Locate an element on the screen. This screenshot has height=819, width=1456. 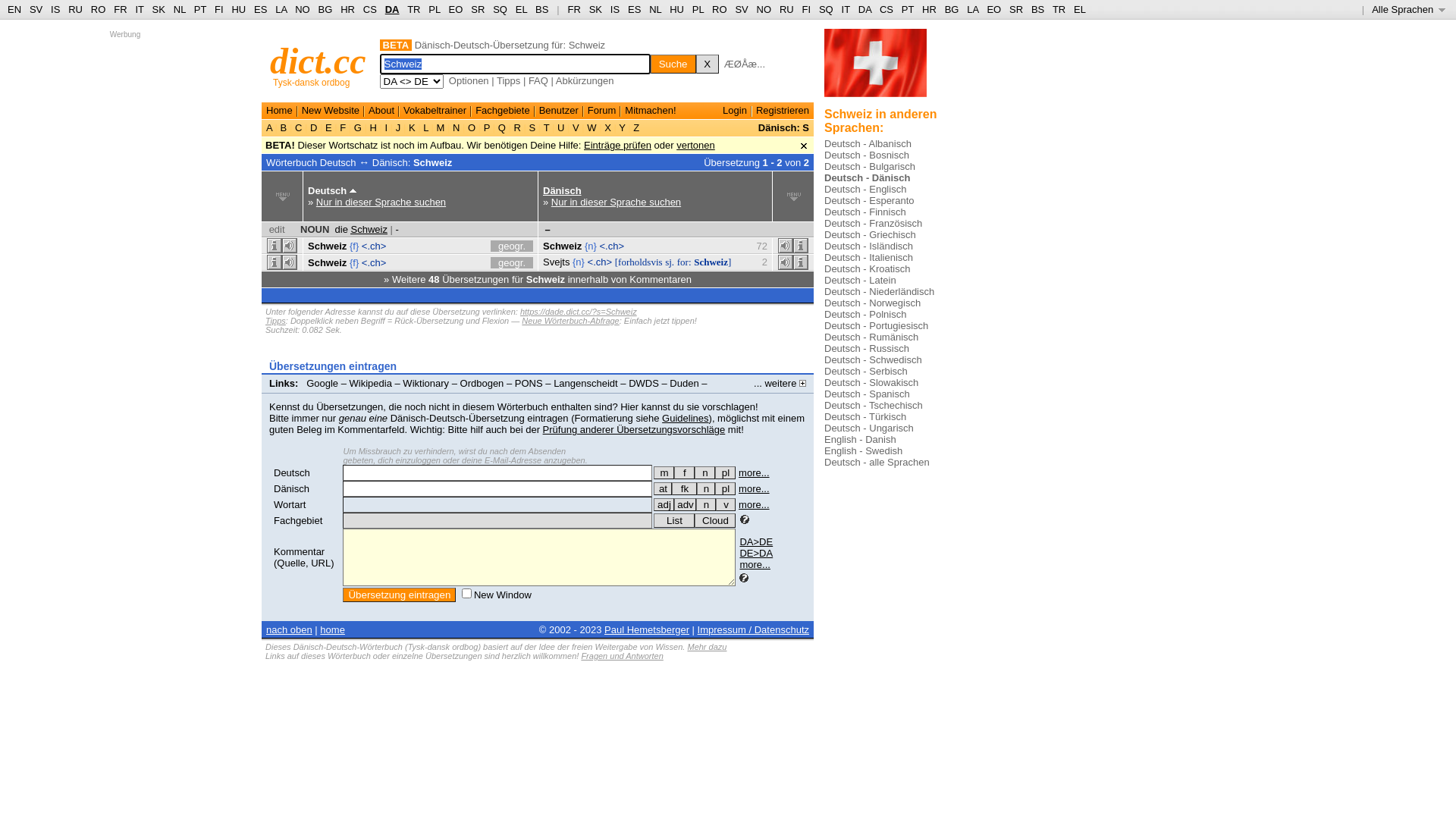
'DWDS' is located at coordinates (644, 382).